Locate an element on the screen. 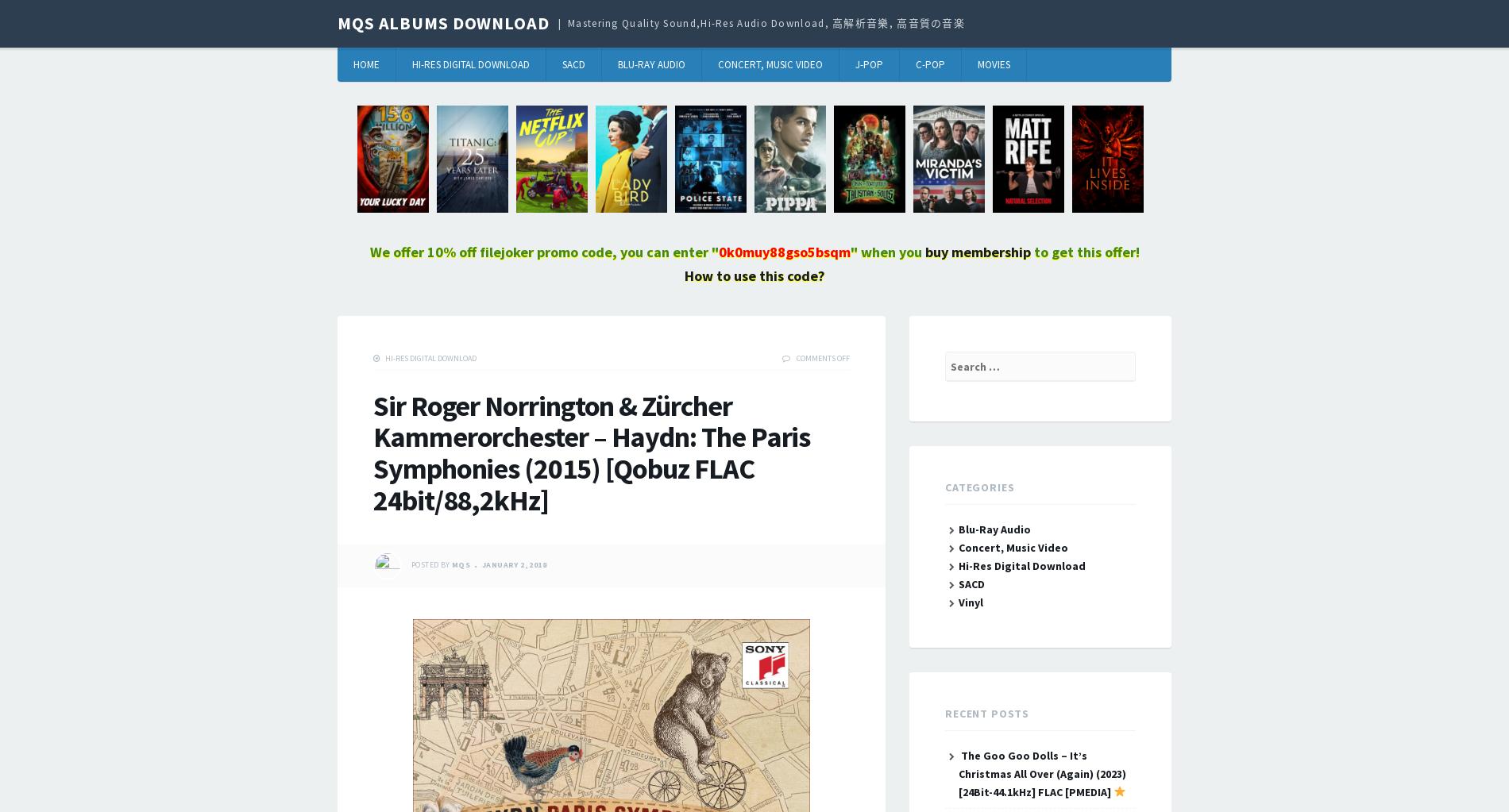 This screenshot has height=812, width=1509. 'Sir Roger Norrington & Zürcher Kammerorchester – Haydn: The Paris Symphonies (2015) [Qobuz FLAC 24bit/88,2kHz]' is located at coordinates (590, 452).